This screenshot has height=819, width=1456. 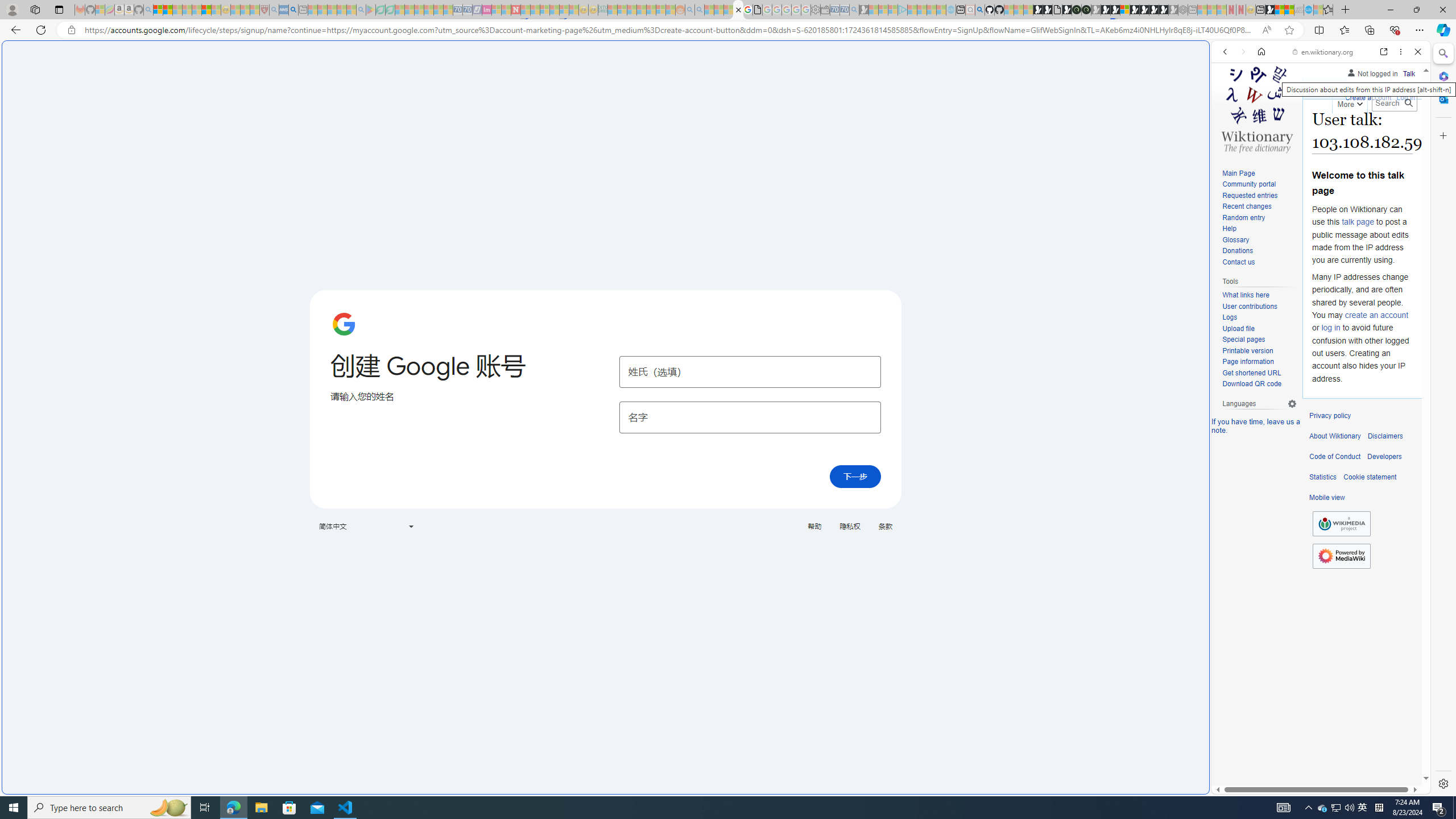 What do you see at coordinates (1259, 251) in the screenshot?
I see `'Donations'` at bounding box center [1259, 251].